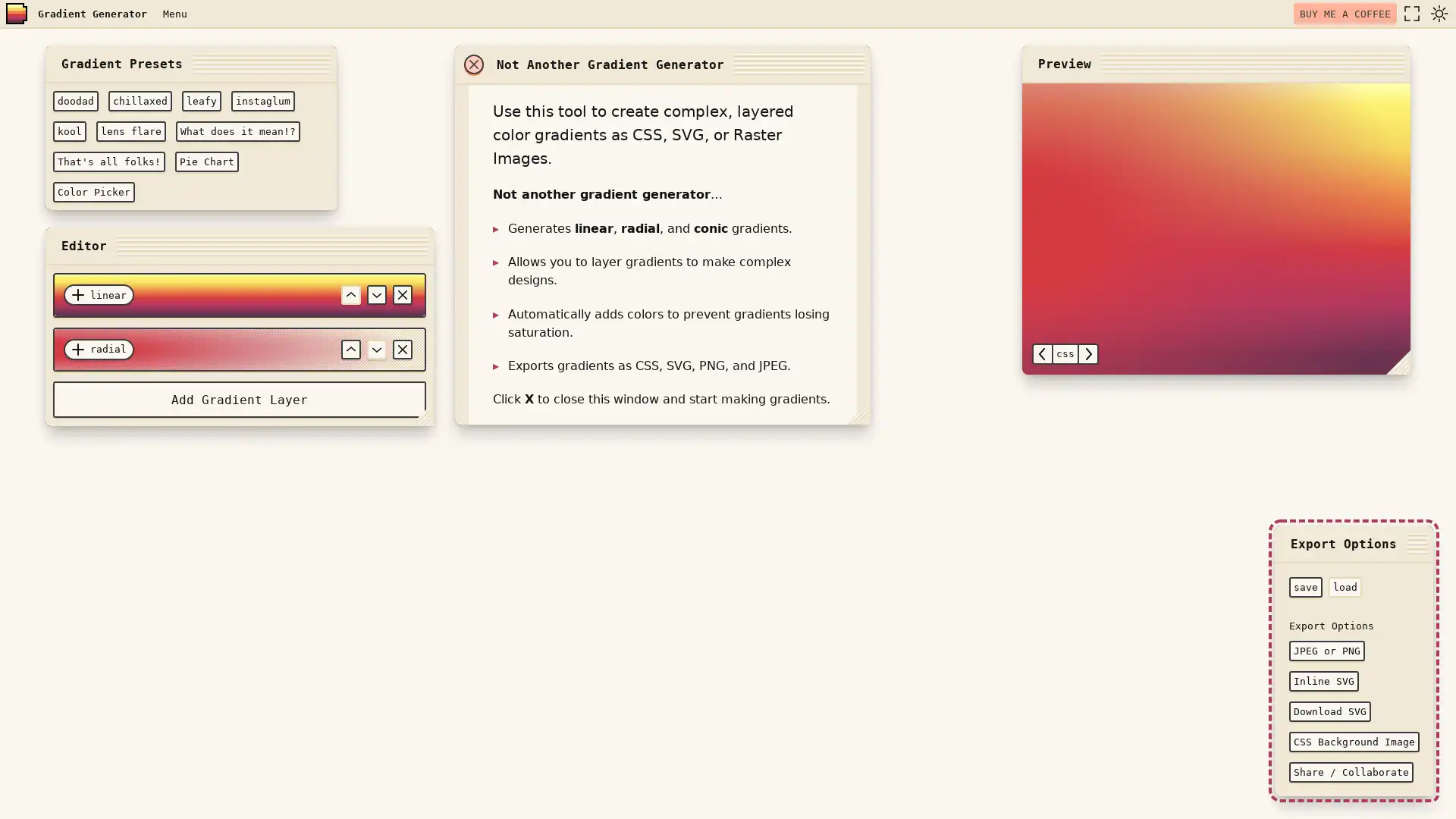 The width and height of the screenshot is (1456, 819). Describe the element at coordinates (1438, 14) in the screenshot. I see `dark mode toggle` at that location.